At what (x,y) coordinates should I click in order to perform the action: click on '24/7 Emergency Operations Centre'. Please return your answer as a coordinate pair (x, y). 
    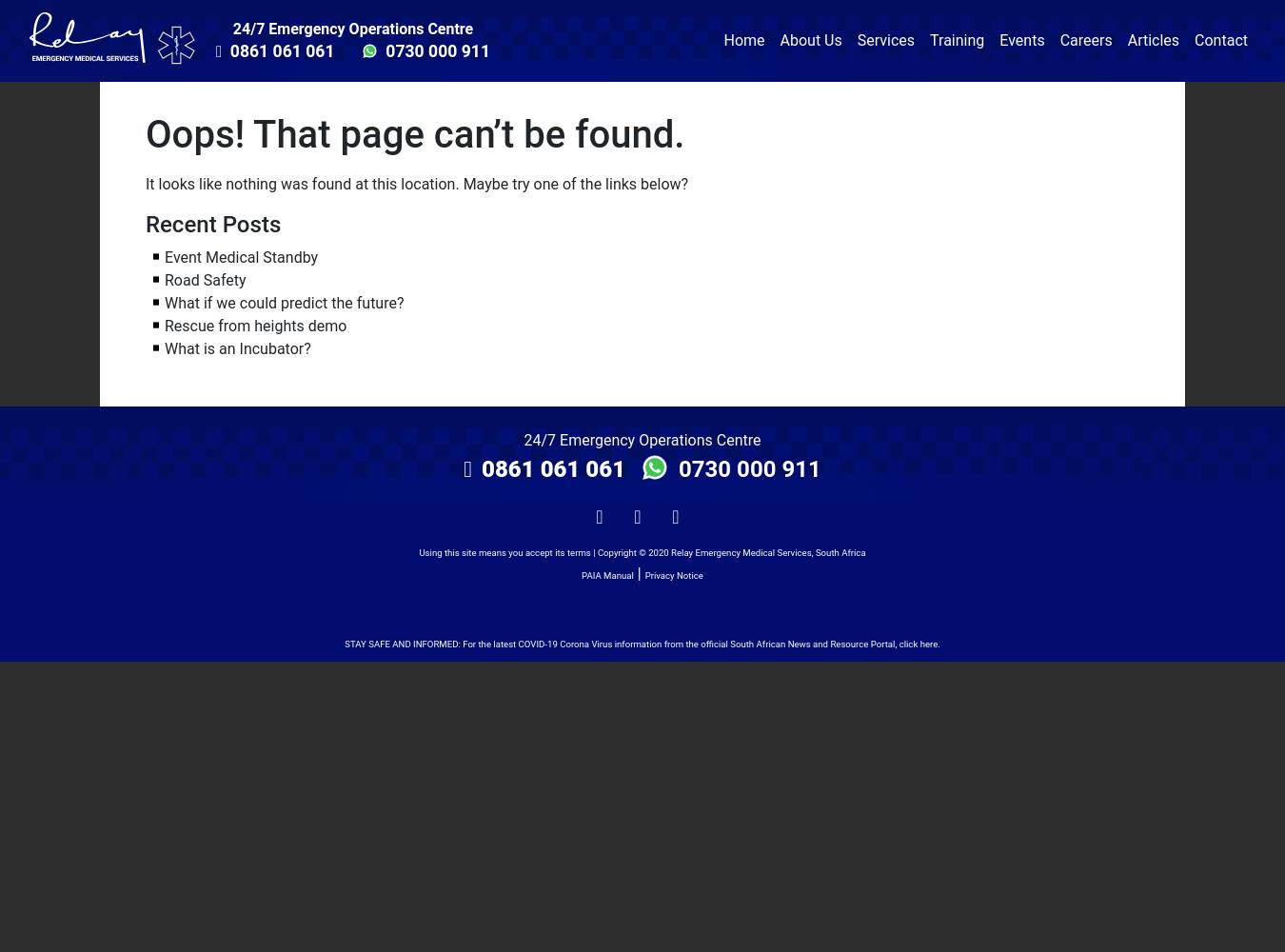
    Looking at the image, I should click on (642, 438).